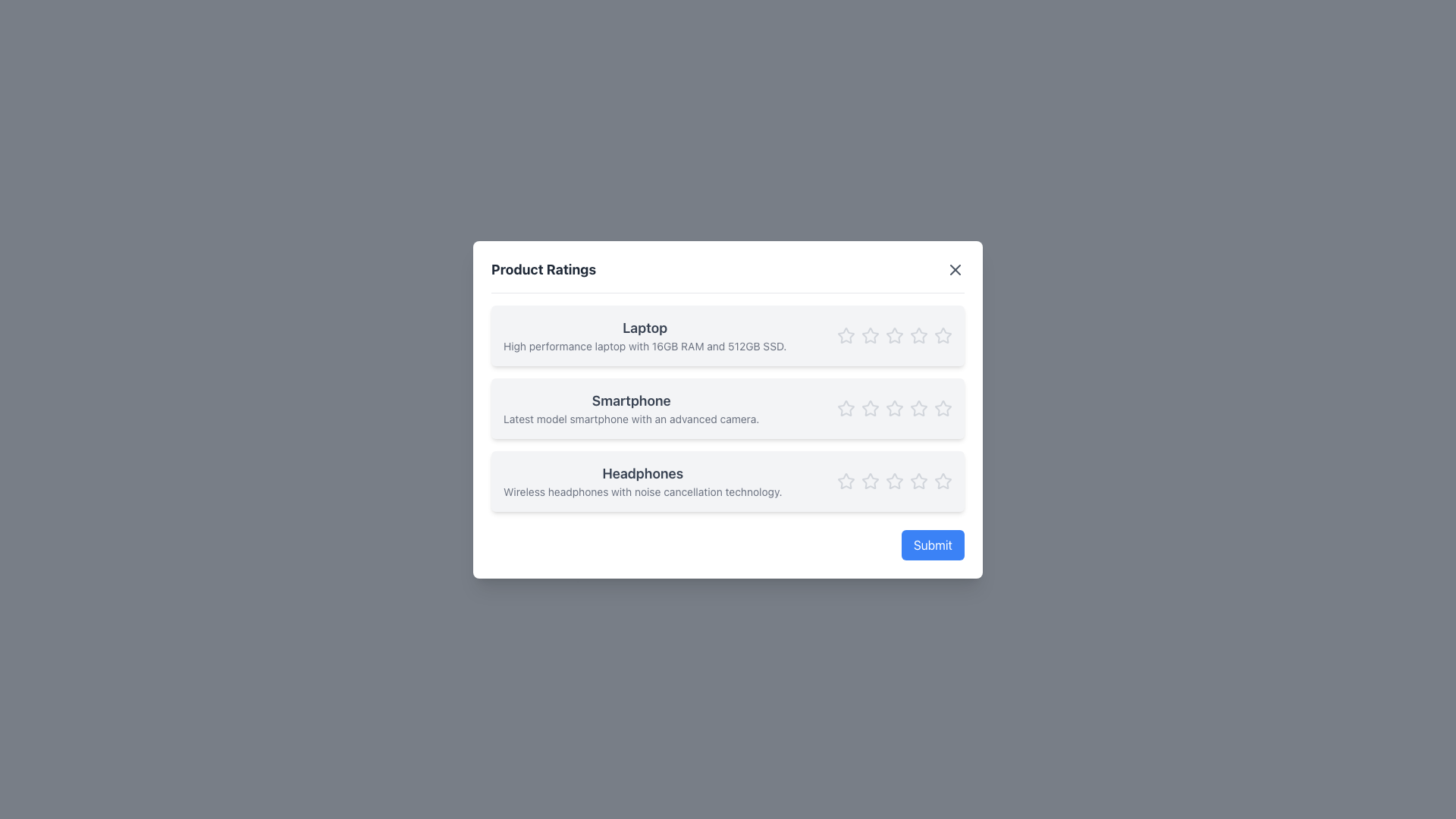  Describe the element at coordinates (918, 334) in the screenshot. I see `the fifth star icon in the rating system for the Laptop product to give a 5-star rating` at that location.